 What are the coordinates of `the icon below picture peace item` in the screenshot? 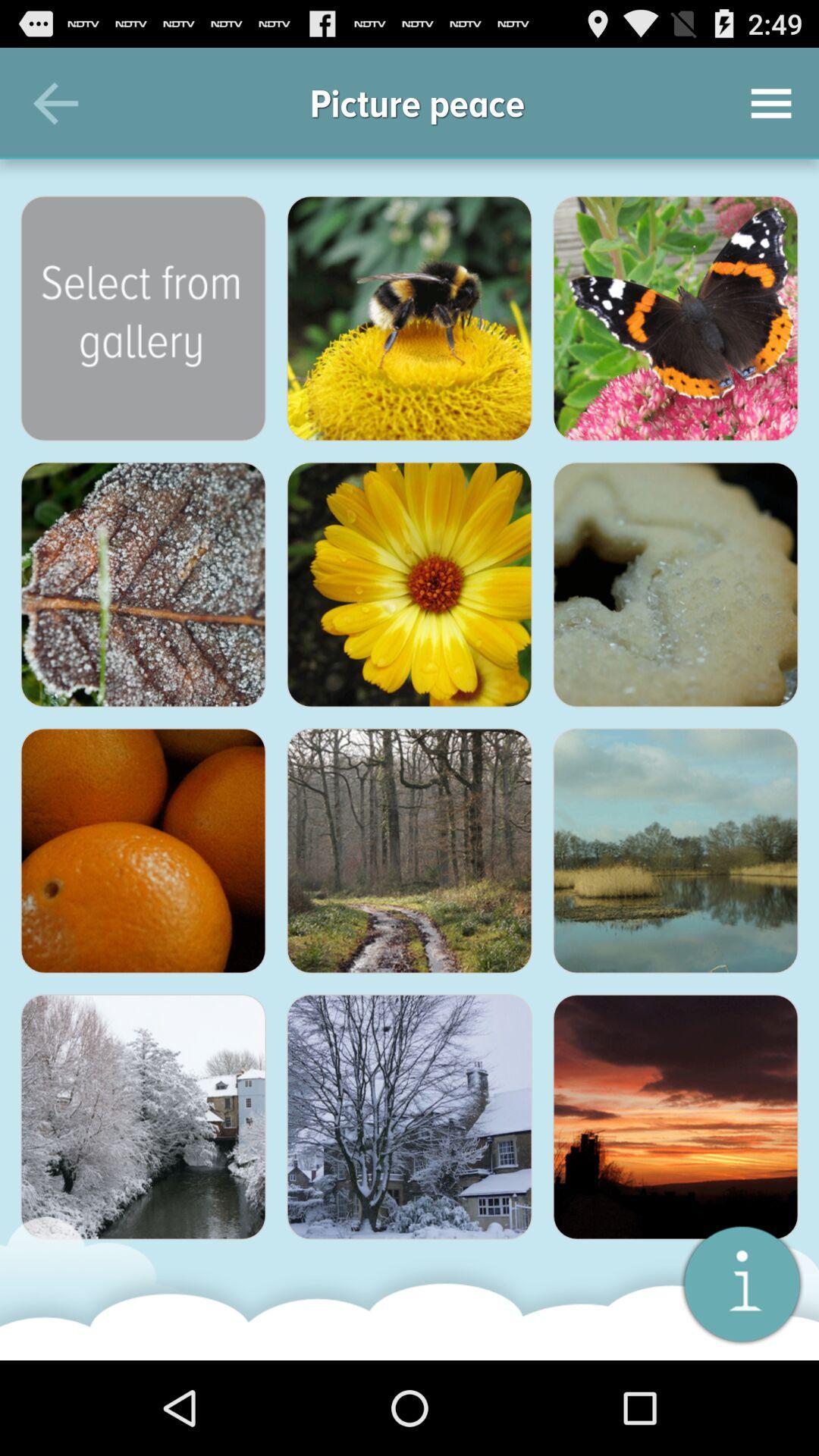 It's located at (409, 318).